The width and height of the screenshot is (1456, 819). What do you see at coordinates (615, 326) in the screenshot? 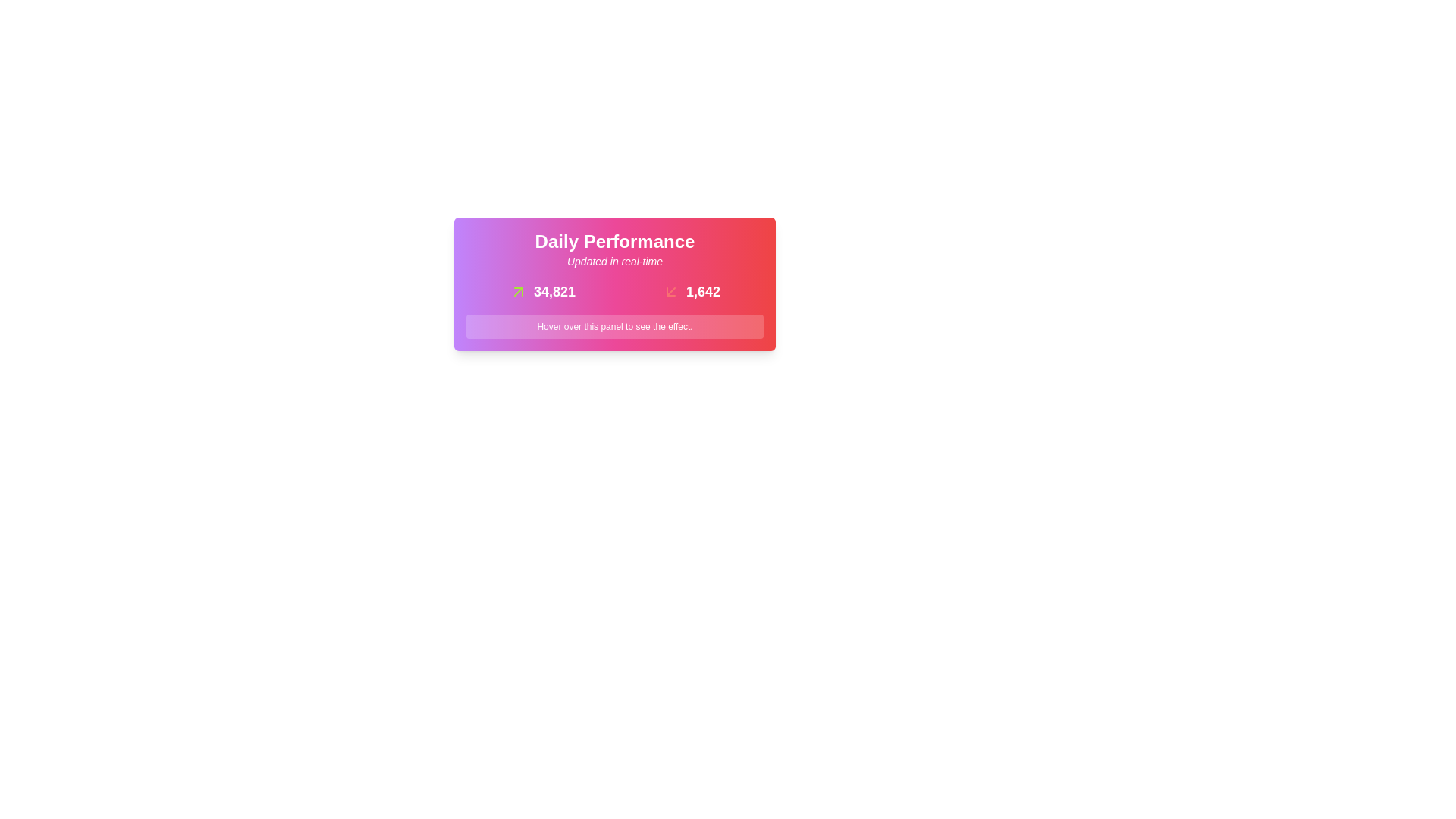
I see `the Interactive Panel displaying the message 'Hover over this panel` at bounding box center [615, 326].